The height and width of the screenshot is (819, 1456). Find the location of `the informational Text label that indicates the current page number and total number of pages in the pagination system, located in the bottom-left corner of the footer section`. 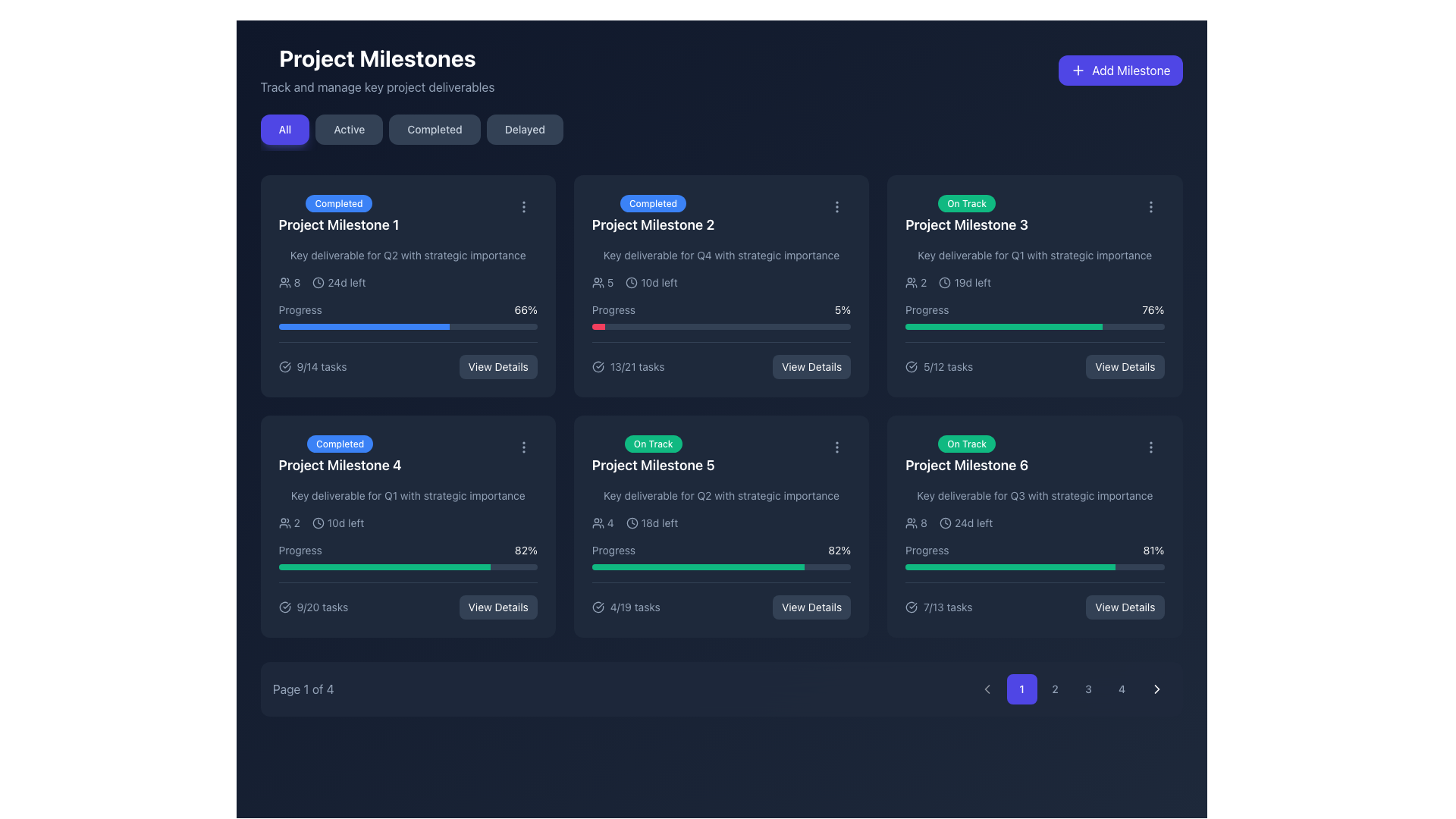

the informational Text label that indicates the current page number and total number of pages in the pagination system, located in the bottom-left corner of the footer section is located at coordinates (303, 689).